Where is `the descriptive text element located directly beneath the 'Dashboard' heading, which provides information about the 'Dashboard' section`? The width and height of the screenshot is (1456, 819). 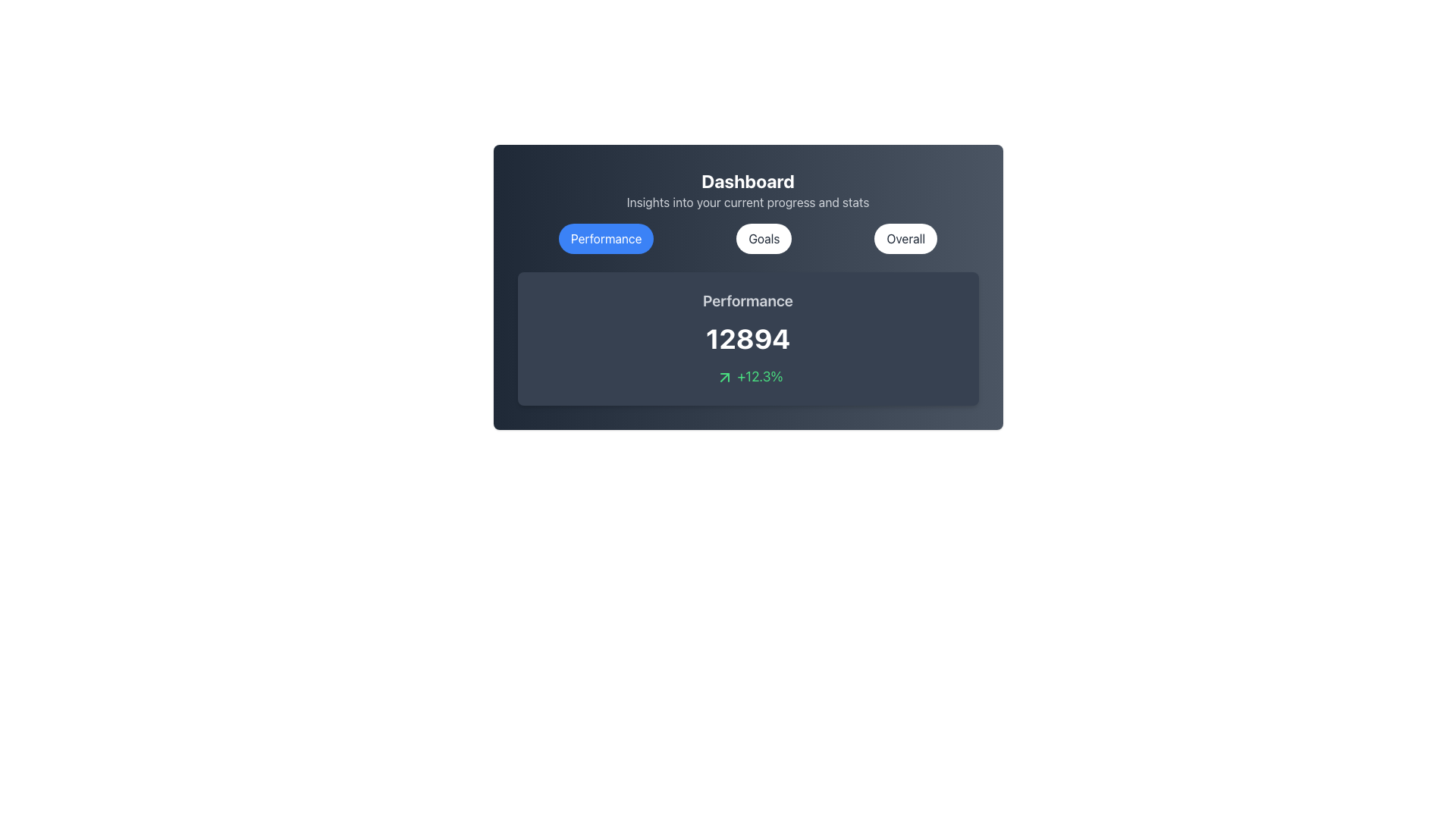
the descriptive text element located directly beneath the 'Dashboard' heading, which provides information about the 'Dashboard' section is located at coordinates (748, 201).